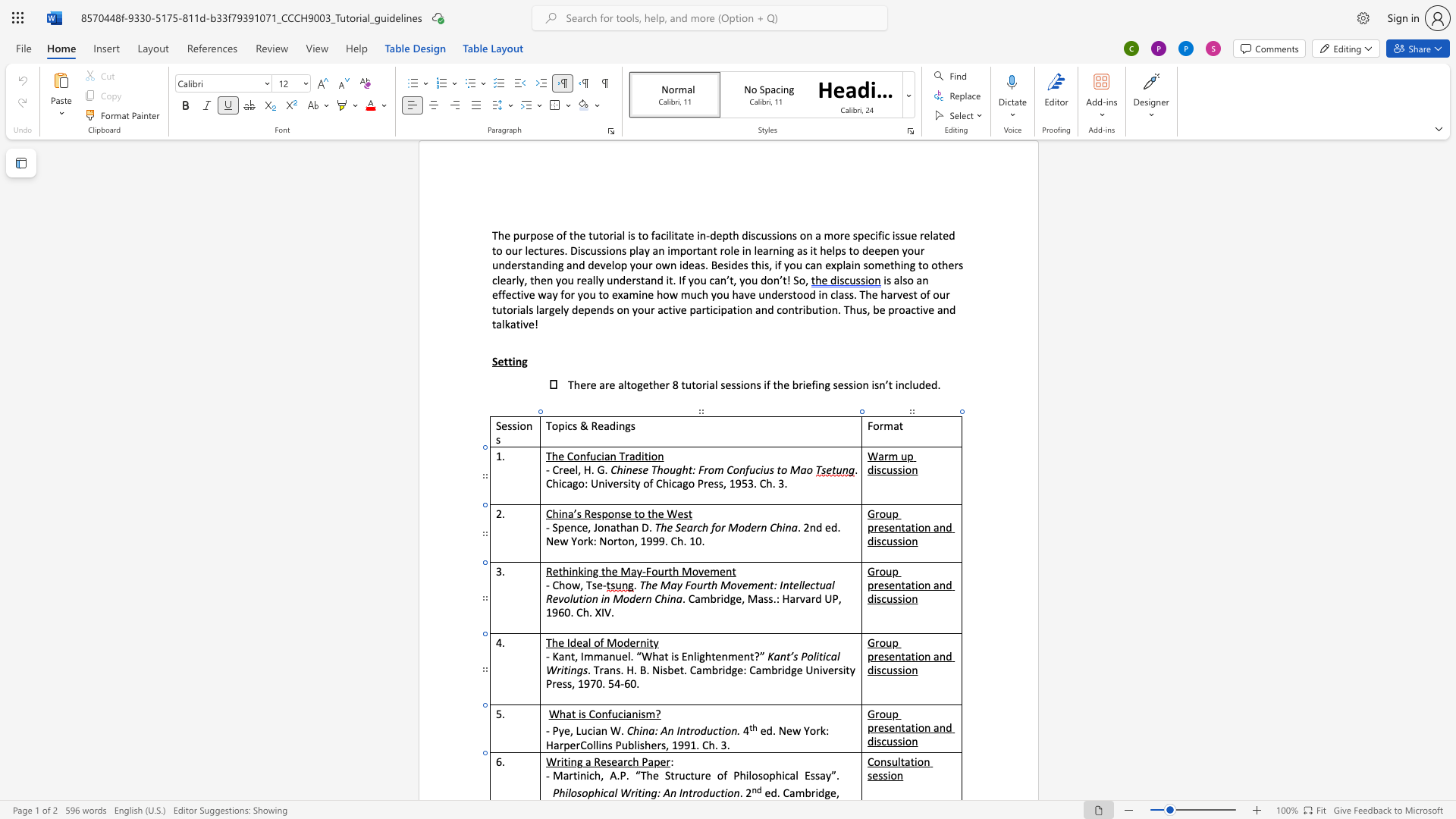 The image size is (1456, 819). I want to click on the space between the continuous character "I" and "n" in the text, so click(682, 792).